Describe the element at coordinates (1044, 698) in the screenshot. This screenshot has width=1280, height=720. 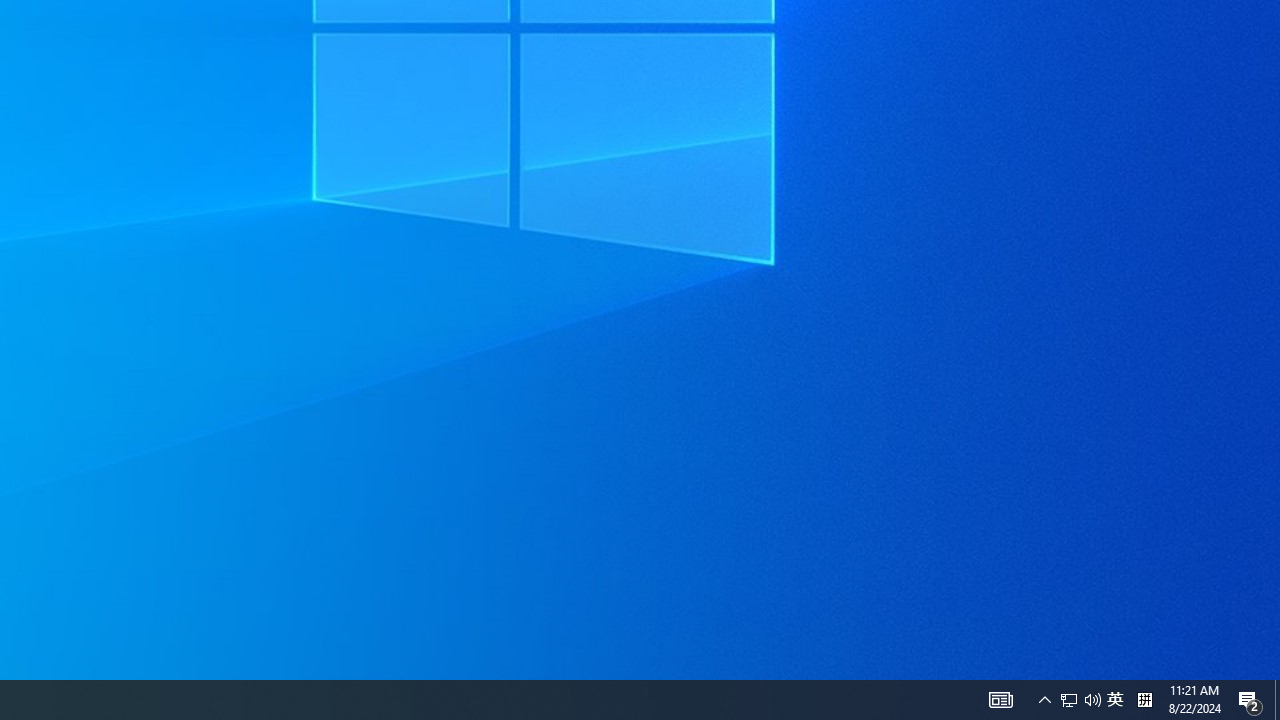
I see `'Notification Chevron'` at that location.